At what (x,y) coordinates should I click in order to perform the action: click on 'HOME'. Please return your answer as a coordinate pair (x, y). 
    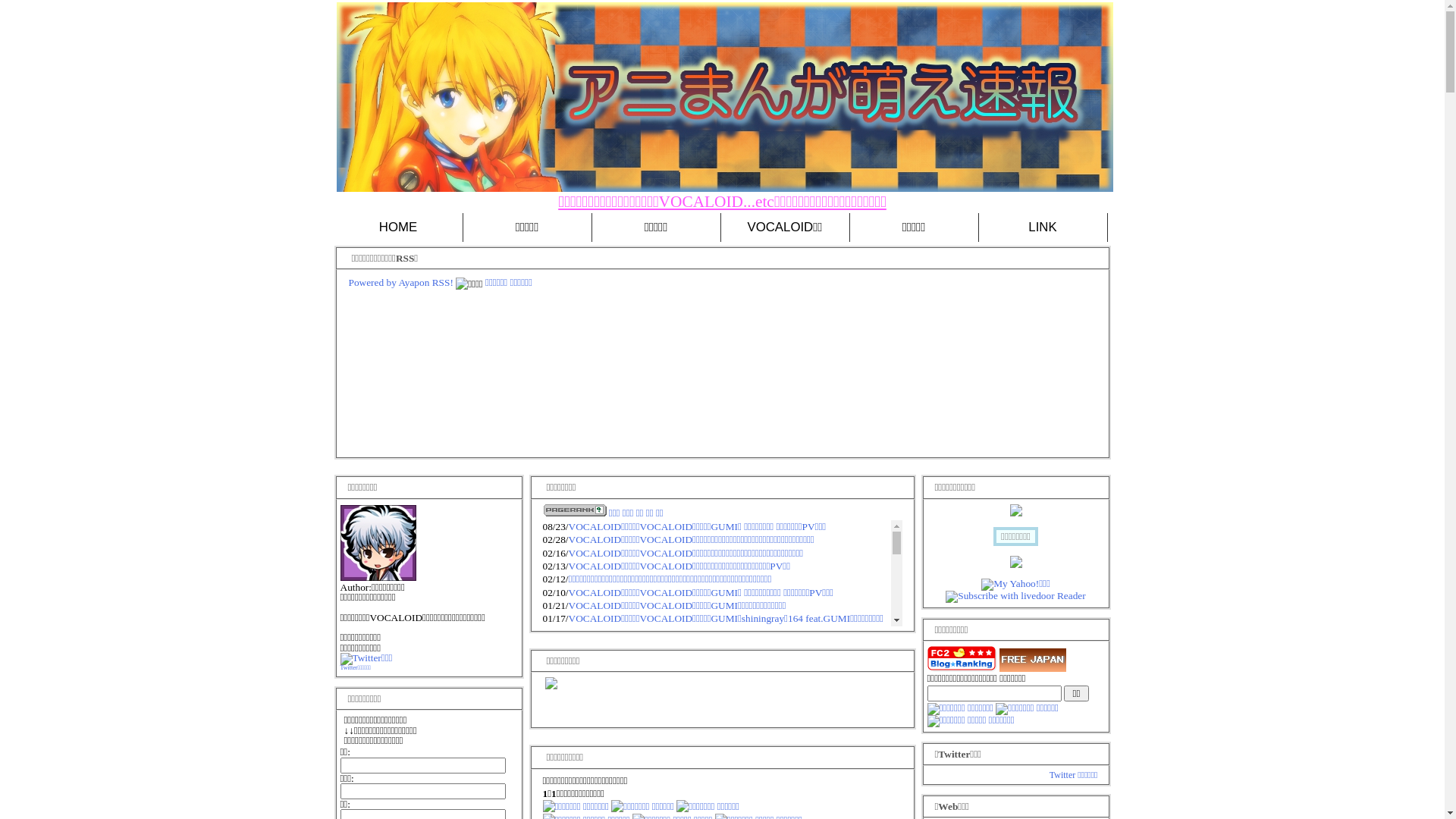
    Looking at the image, I should click on (397, 227).